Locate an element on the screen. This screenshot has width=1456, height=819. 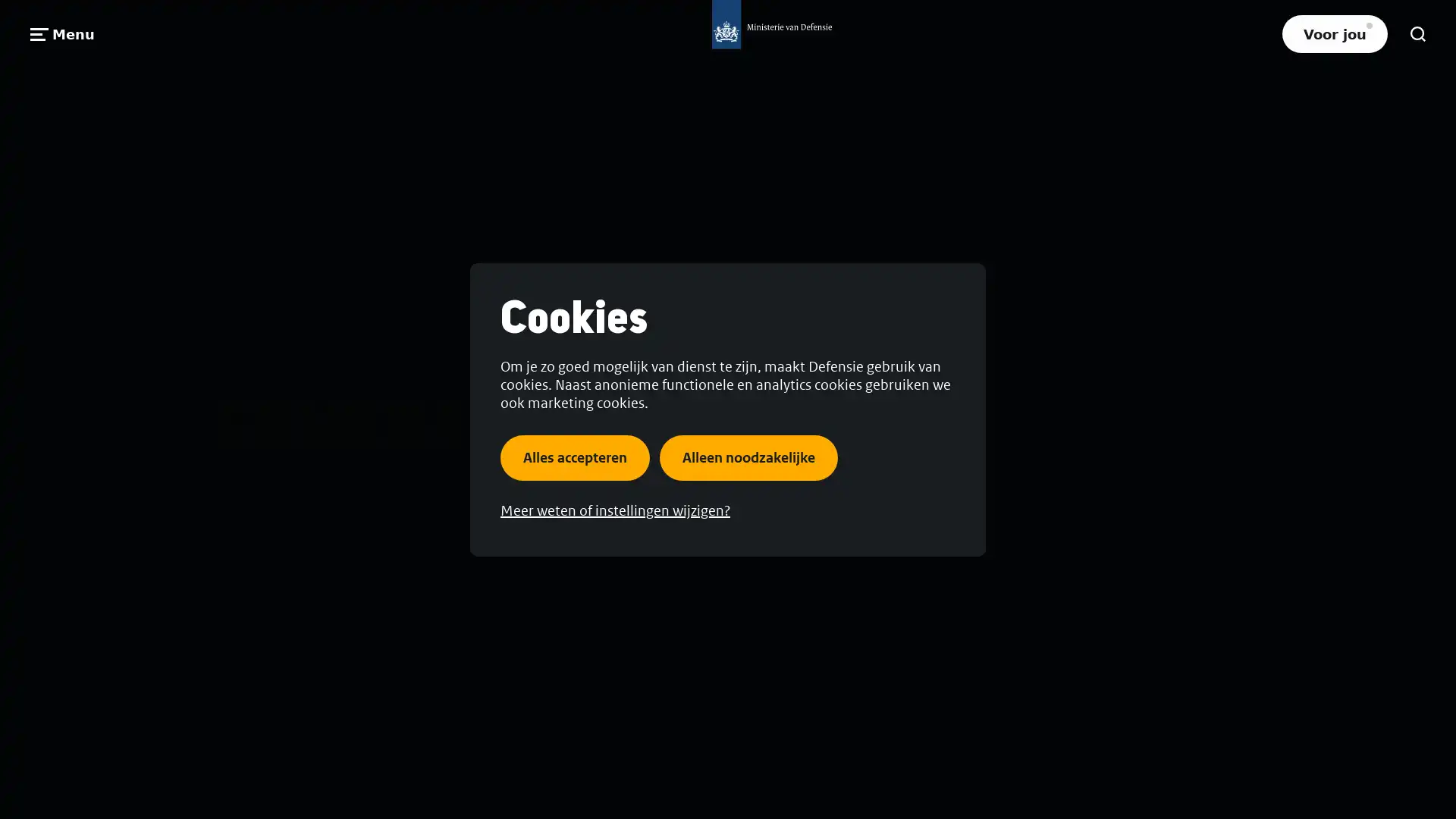
Zoeken openen is located at coordinates (1417, 34).